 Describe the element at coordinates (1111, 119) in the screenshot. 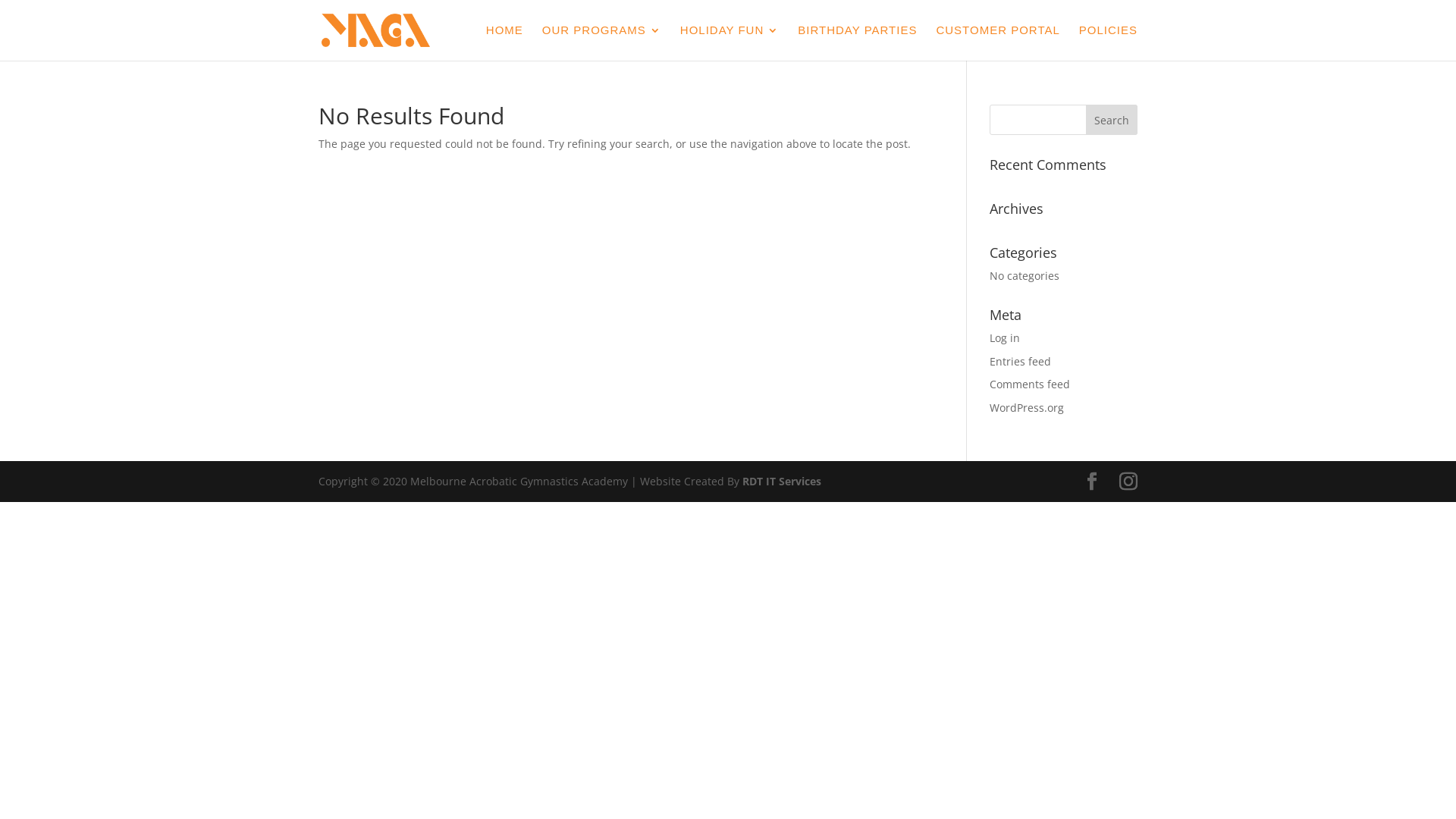

I see `'Search'` at that location.